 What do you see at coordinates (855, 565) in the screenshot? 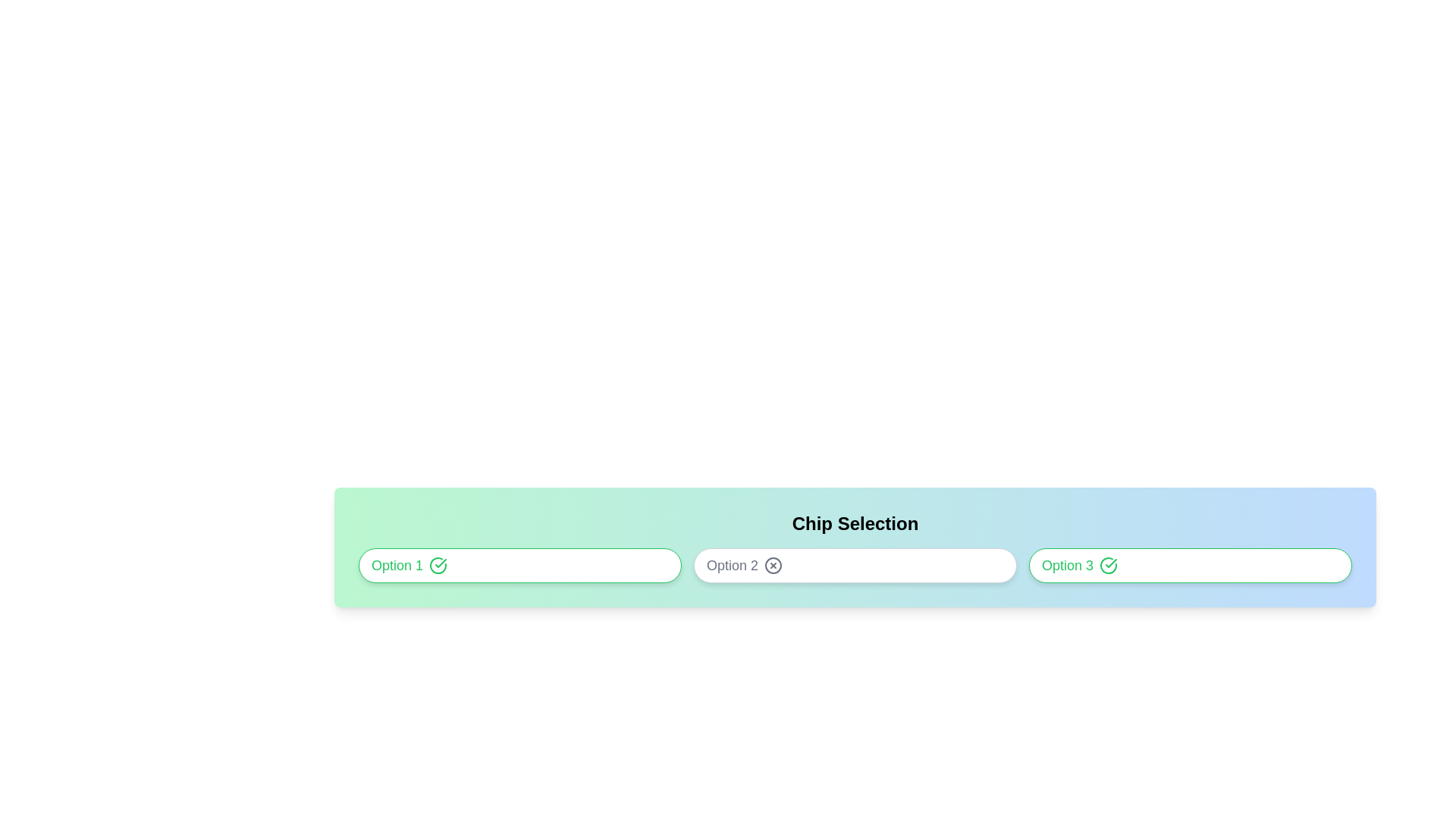
I see `the chip labeled Option 2` at bounding box center [855, 565].